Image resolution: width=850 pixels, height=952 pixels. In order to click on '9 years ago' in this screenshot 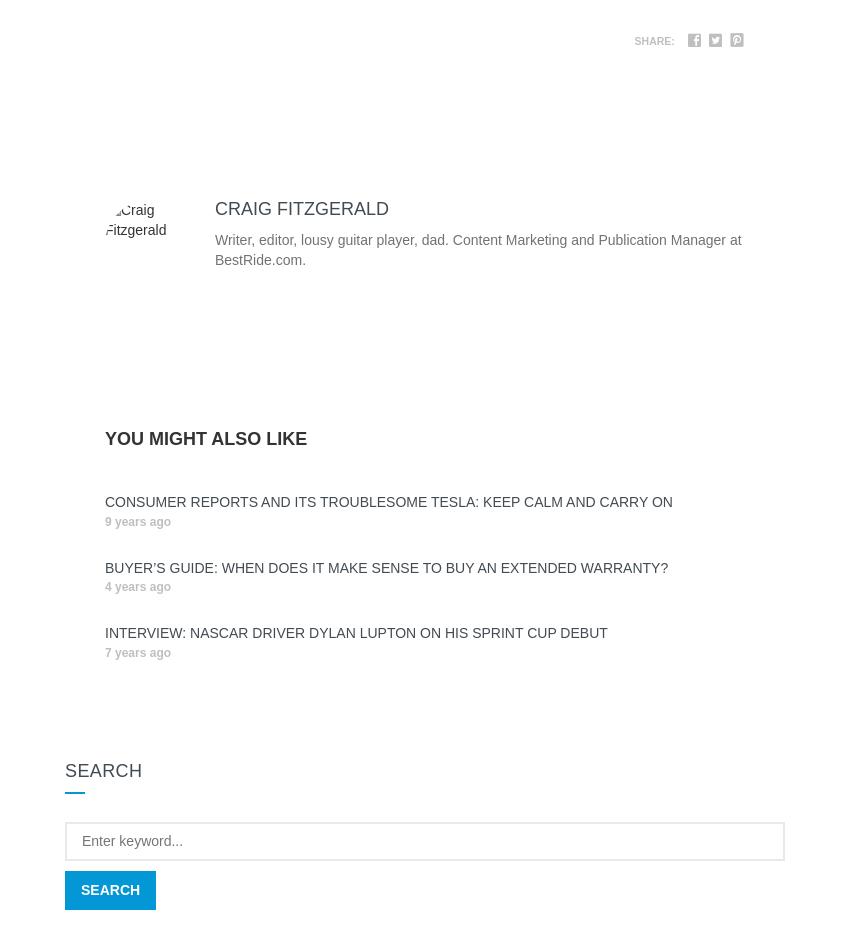, I will do `click(138, 521)`.